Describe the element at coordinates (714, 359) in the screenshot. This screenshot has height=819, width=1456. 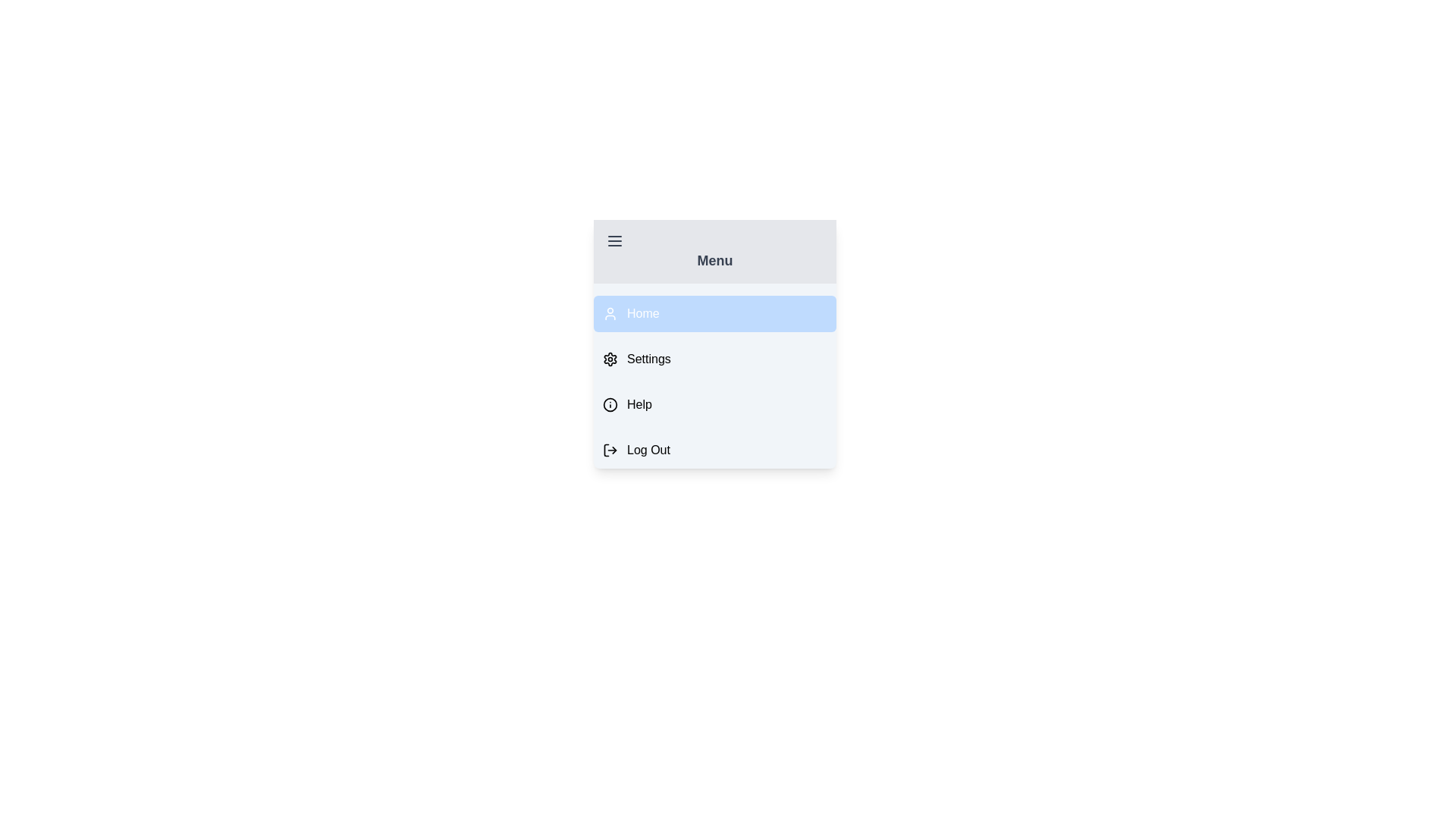
I see `the menu item labeled Settings to observe style changes` at that location.